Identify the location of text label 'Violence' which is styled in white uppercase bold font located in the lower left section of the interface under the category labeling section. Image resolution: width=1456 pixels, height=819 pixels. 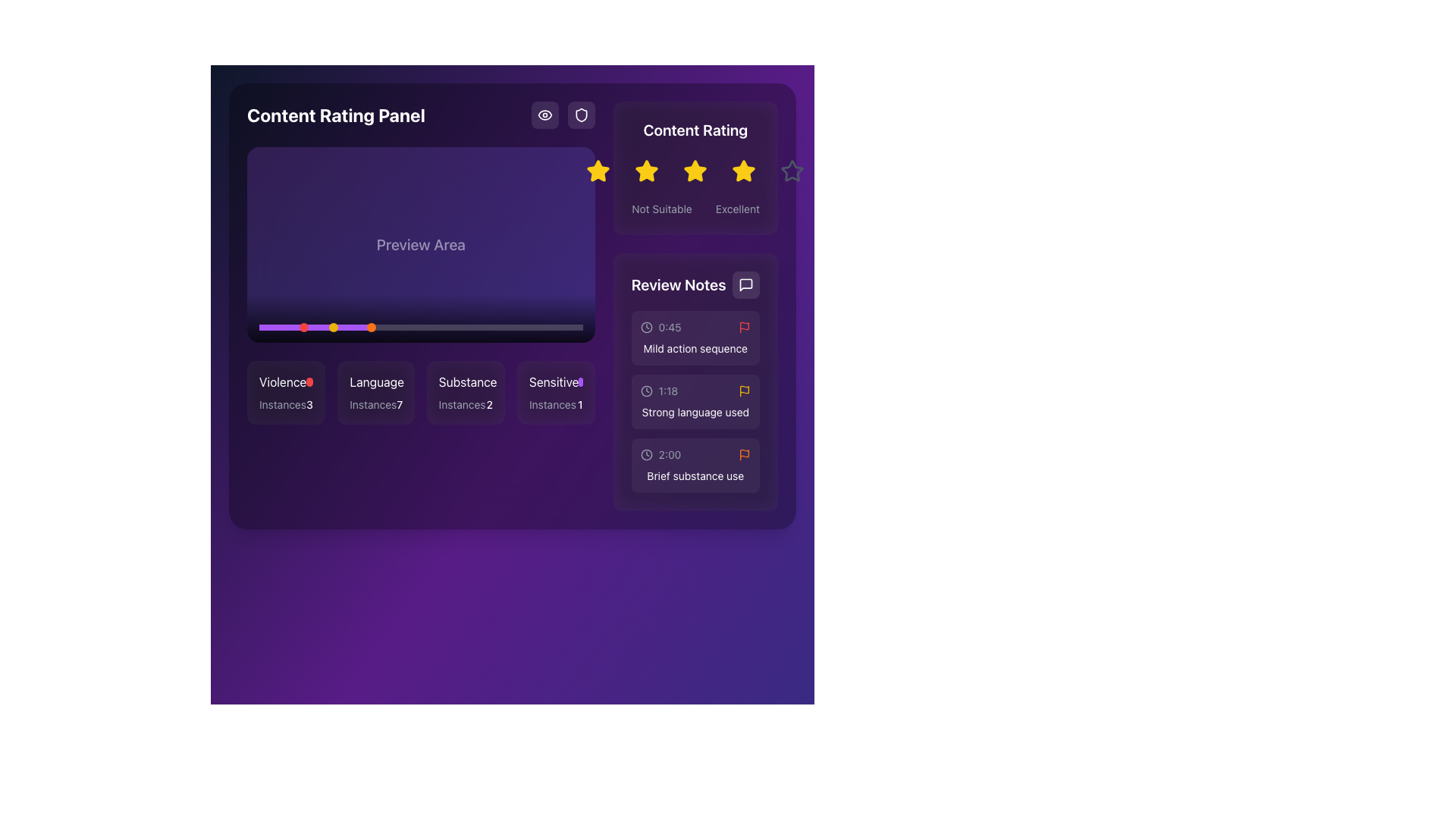
(283, 381).